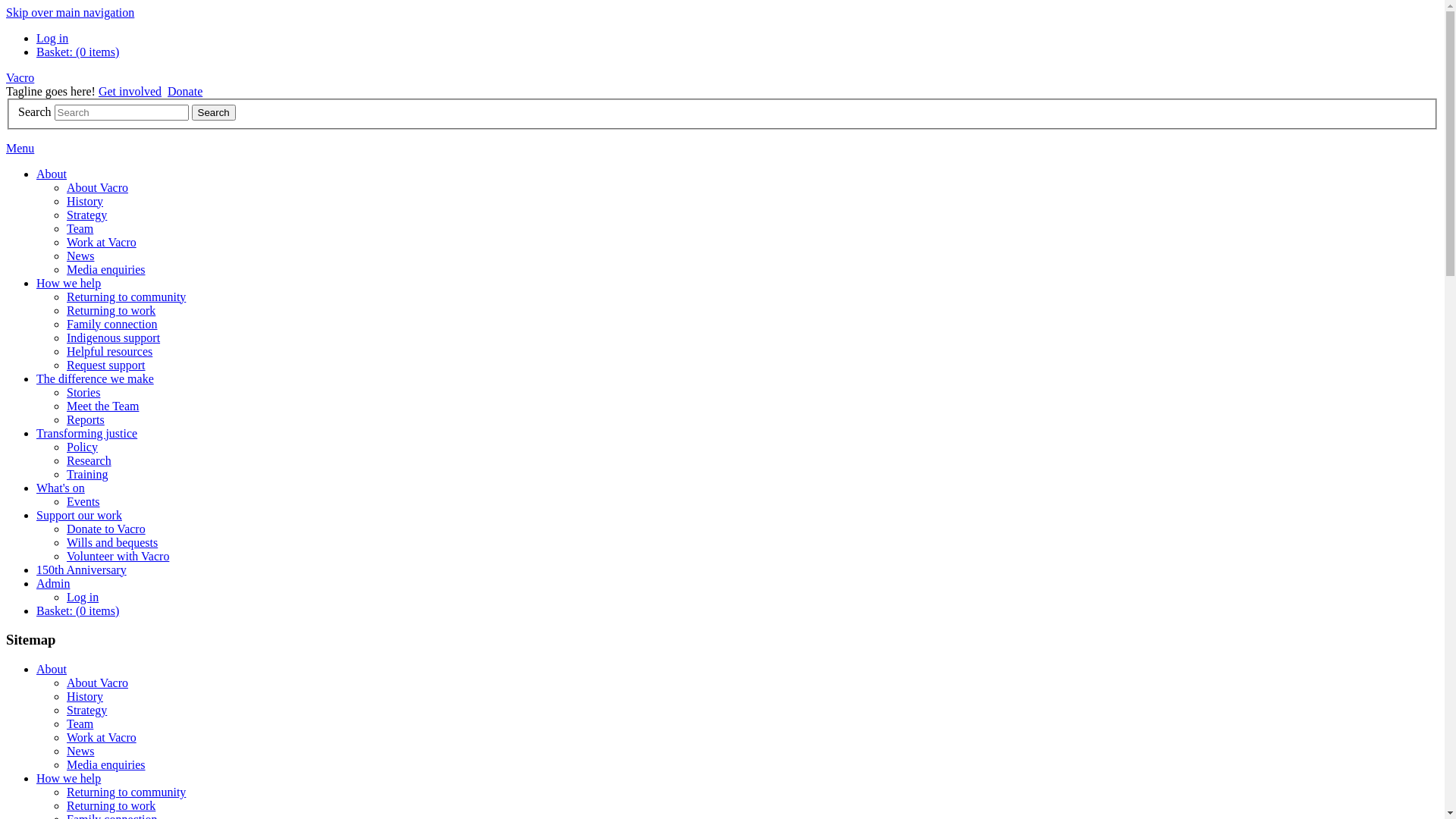 The height and width of the screenshot is (819, 1456). I want to click on 'Get involved', so click(130, 91).